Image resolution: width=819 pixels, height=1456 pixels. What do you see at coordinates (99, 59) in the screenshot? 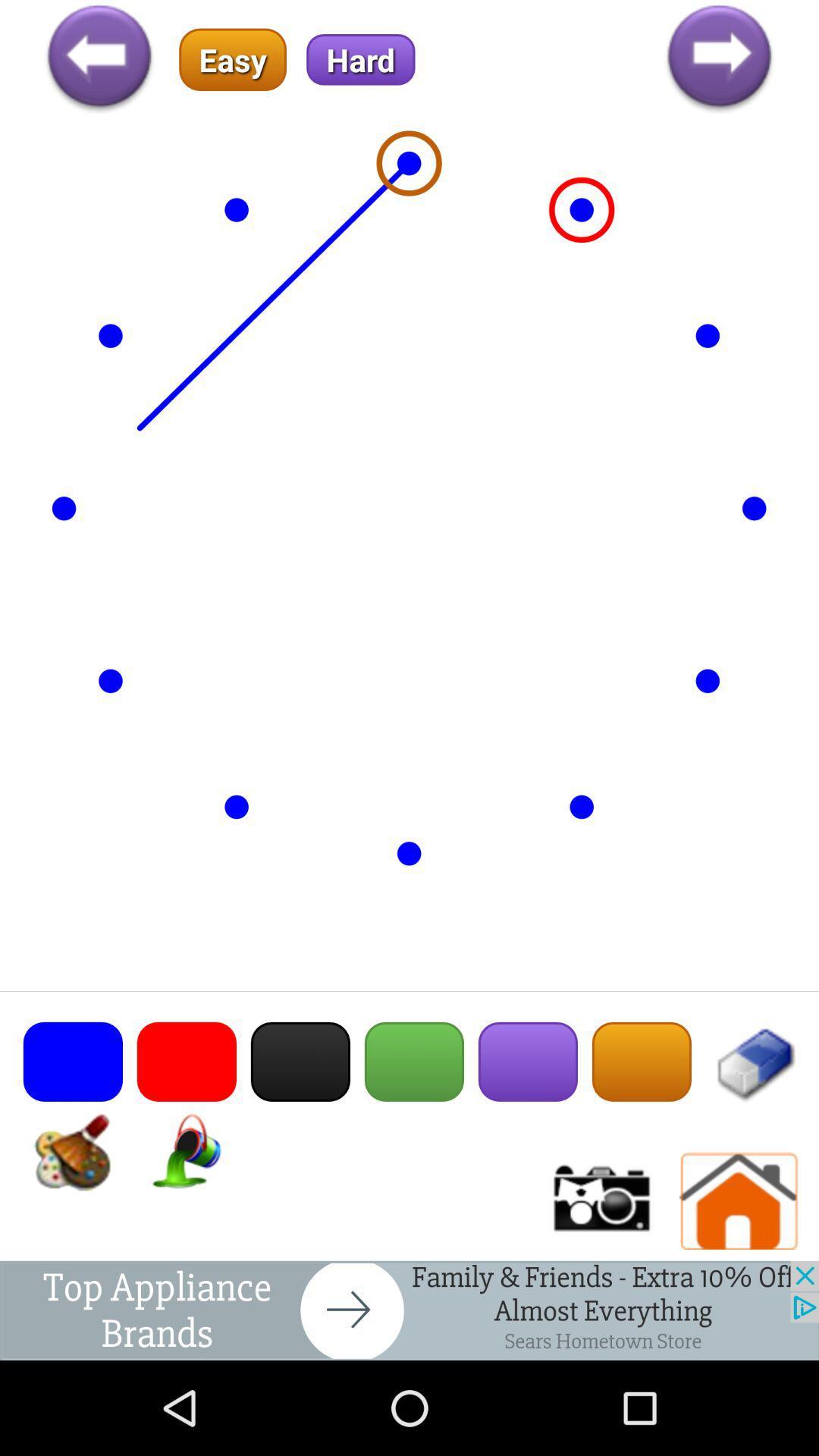
I see `back` at bounding box center [99, 59].